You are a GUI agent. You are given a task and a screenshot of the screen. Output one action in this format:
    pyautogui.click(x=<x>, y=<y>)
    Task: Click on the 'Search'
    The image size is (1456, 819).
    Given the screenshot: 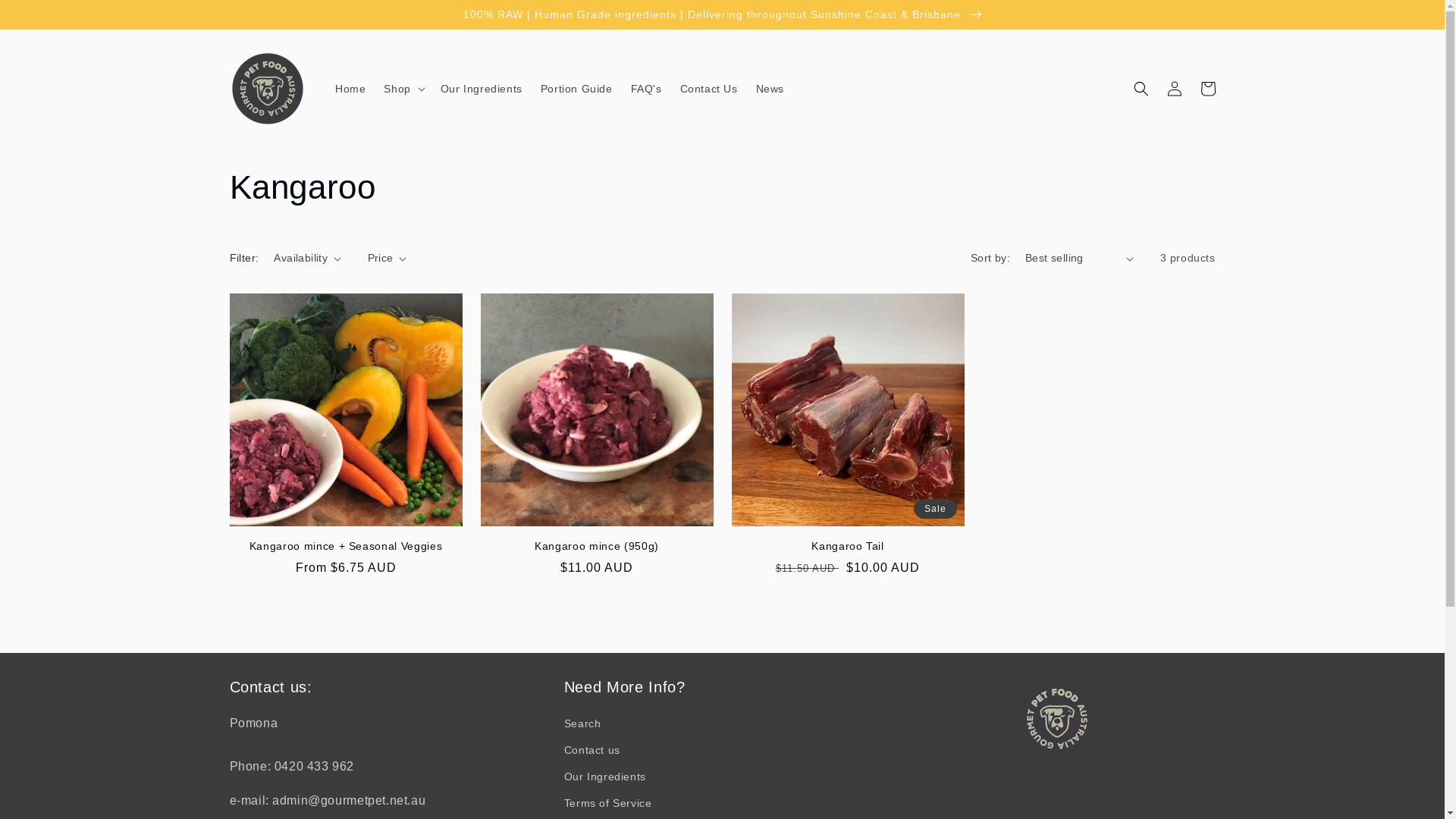 What is the action you would take?
    pyautogui.click(x=582, y=724)
    